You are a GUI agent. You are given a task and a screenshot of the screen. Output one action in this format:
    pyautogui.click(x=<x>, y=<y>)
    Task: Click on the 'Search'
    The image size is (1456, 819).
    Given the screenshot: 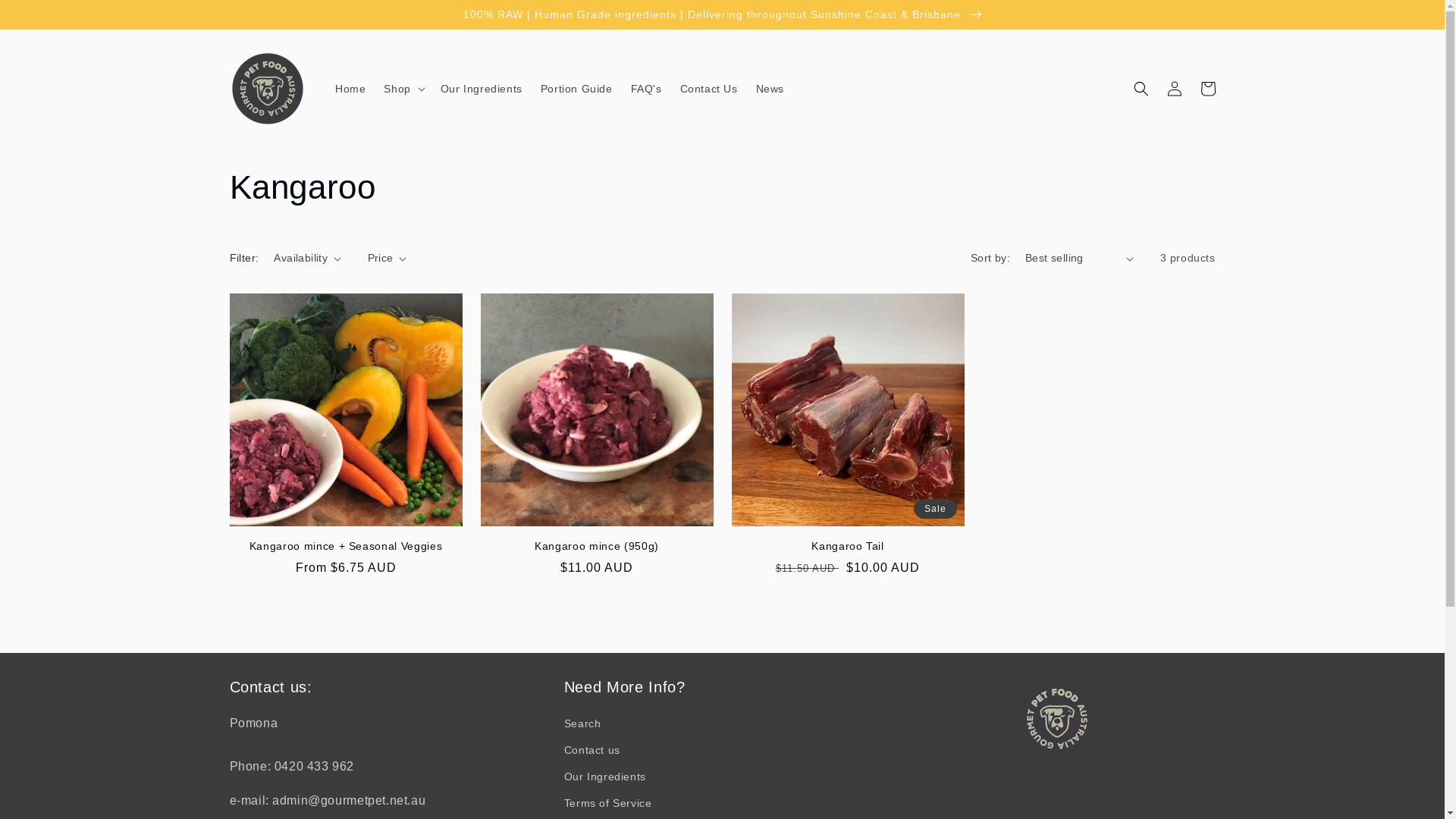 What is the action you would take?
    pyautogui.click(x=582, y=724)
    